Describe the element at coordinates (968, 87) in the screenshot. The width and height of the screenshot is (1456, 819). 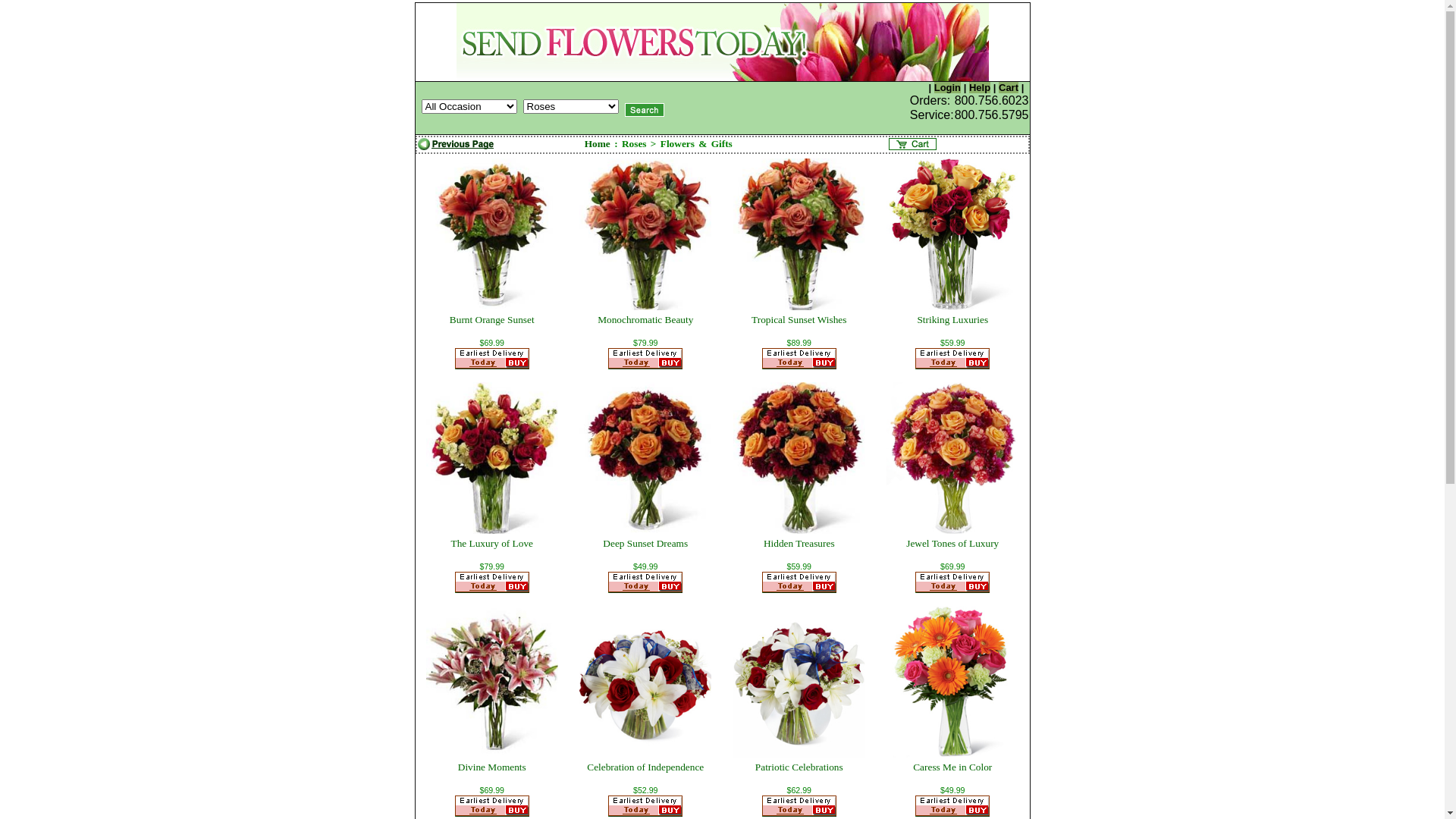
I see `'Help'` at that location.